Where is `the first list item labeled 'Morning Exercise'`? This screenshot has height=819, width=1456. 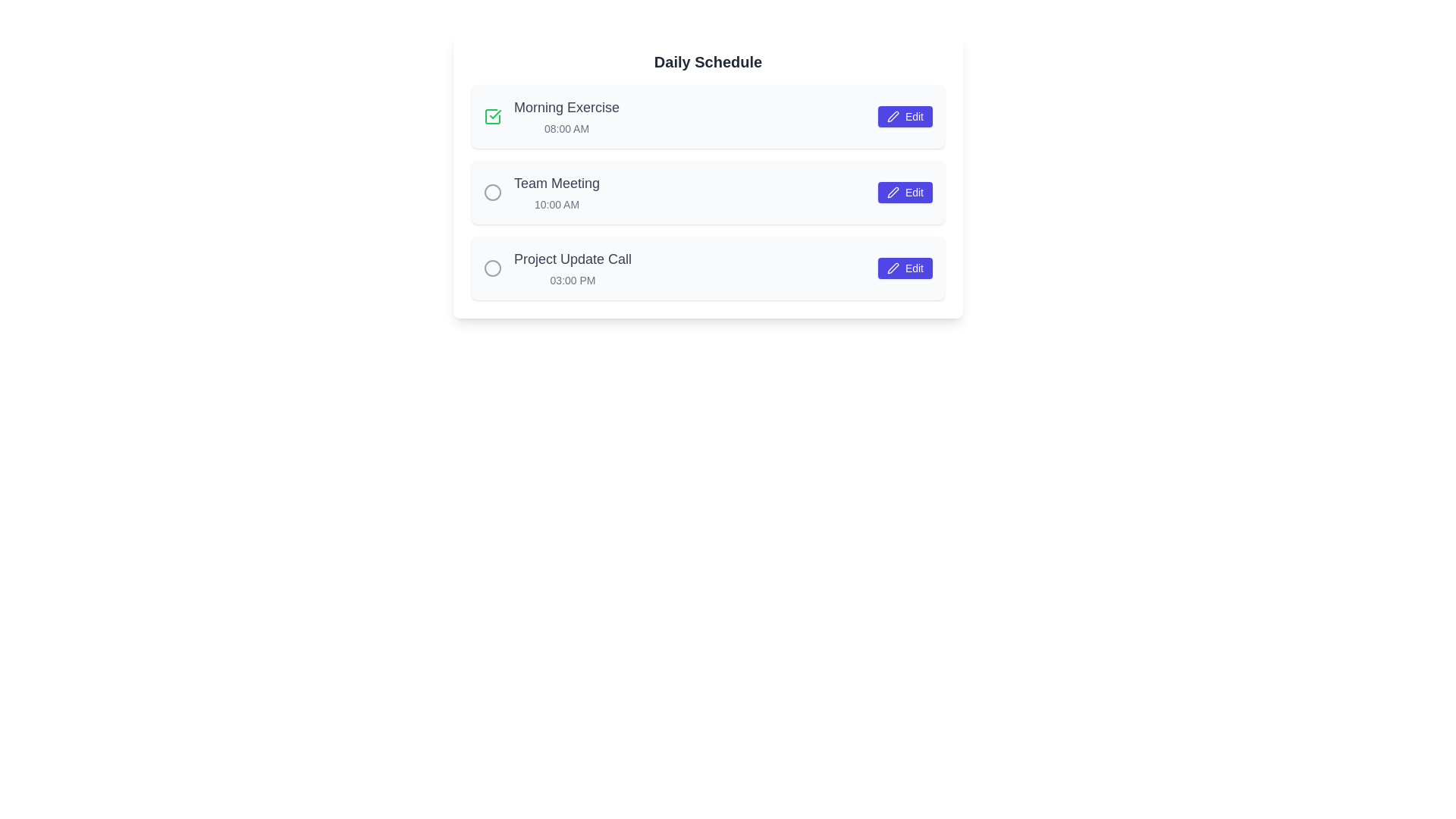
the first list item labeled 'Morning Exercise' is located at coordinates (708, 116).